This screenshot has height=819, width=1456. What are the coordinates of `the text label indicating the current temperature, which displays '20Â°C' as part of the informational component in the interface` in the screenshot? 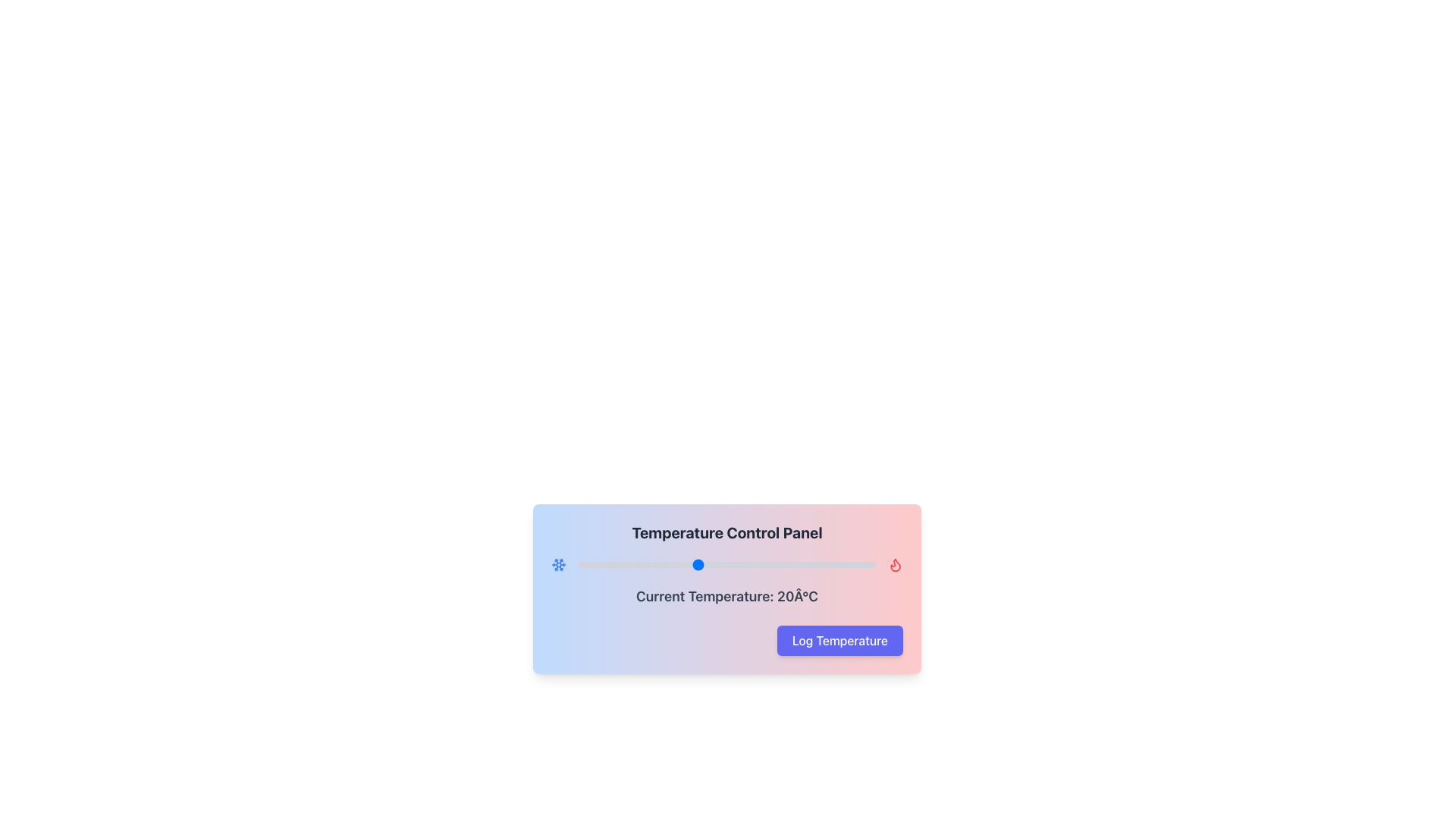 It's located at (796, 595).